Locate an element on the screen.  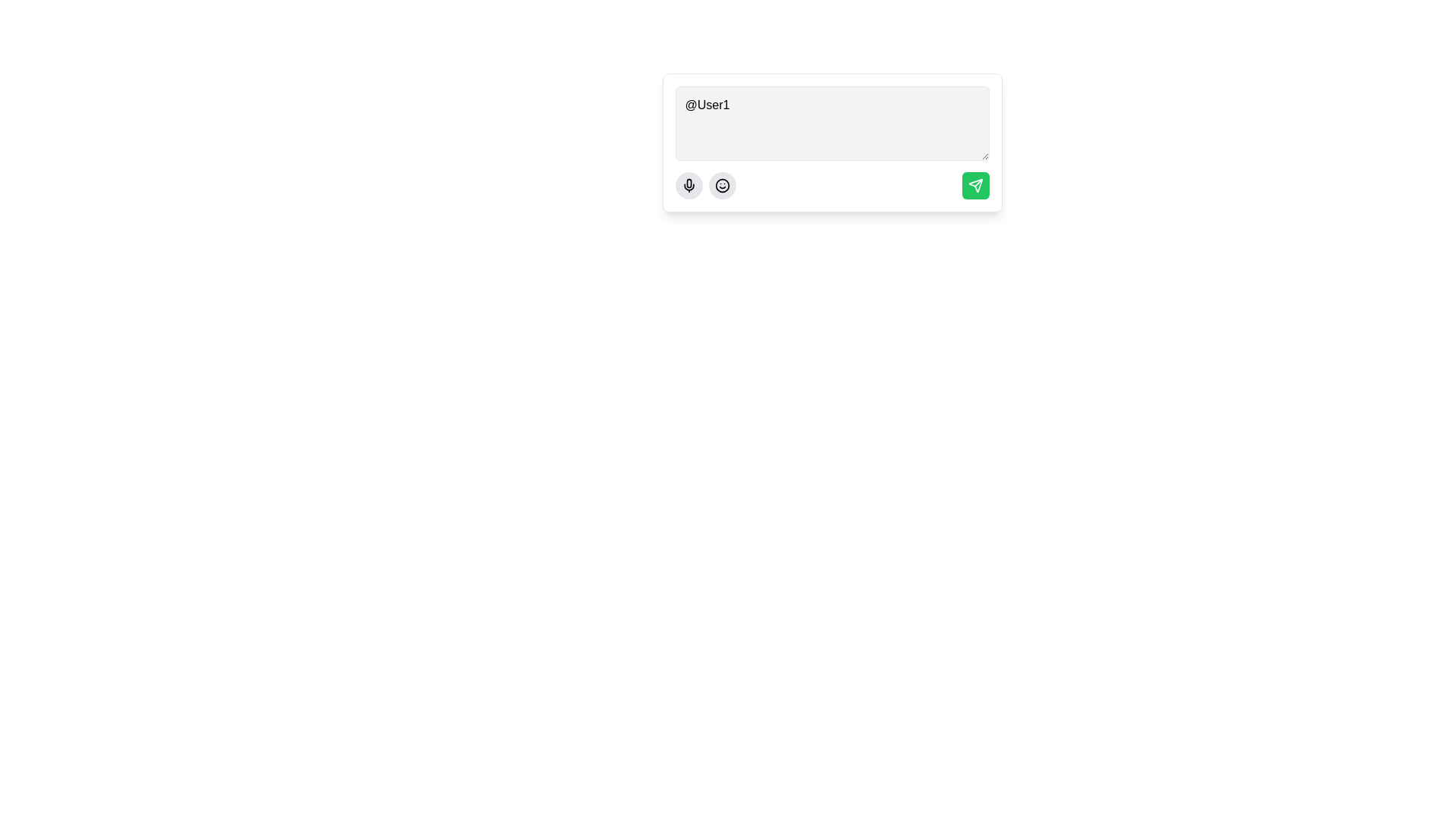
the diagonal line of the 'Send' action button icon, which is part of a green rounded button located at the bottom-right corner of the interface is located at coordinates (978, 182).